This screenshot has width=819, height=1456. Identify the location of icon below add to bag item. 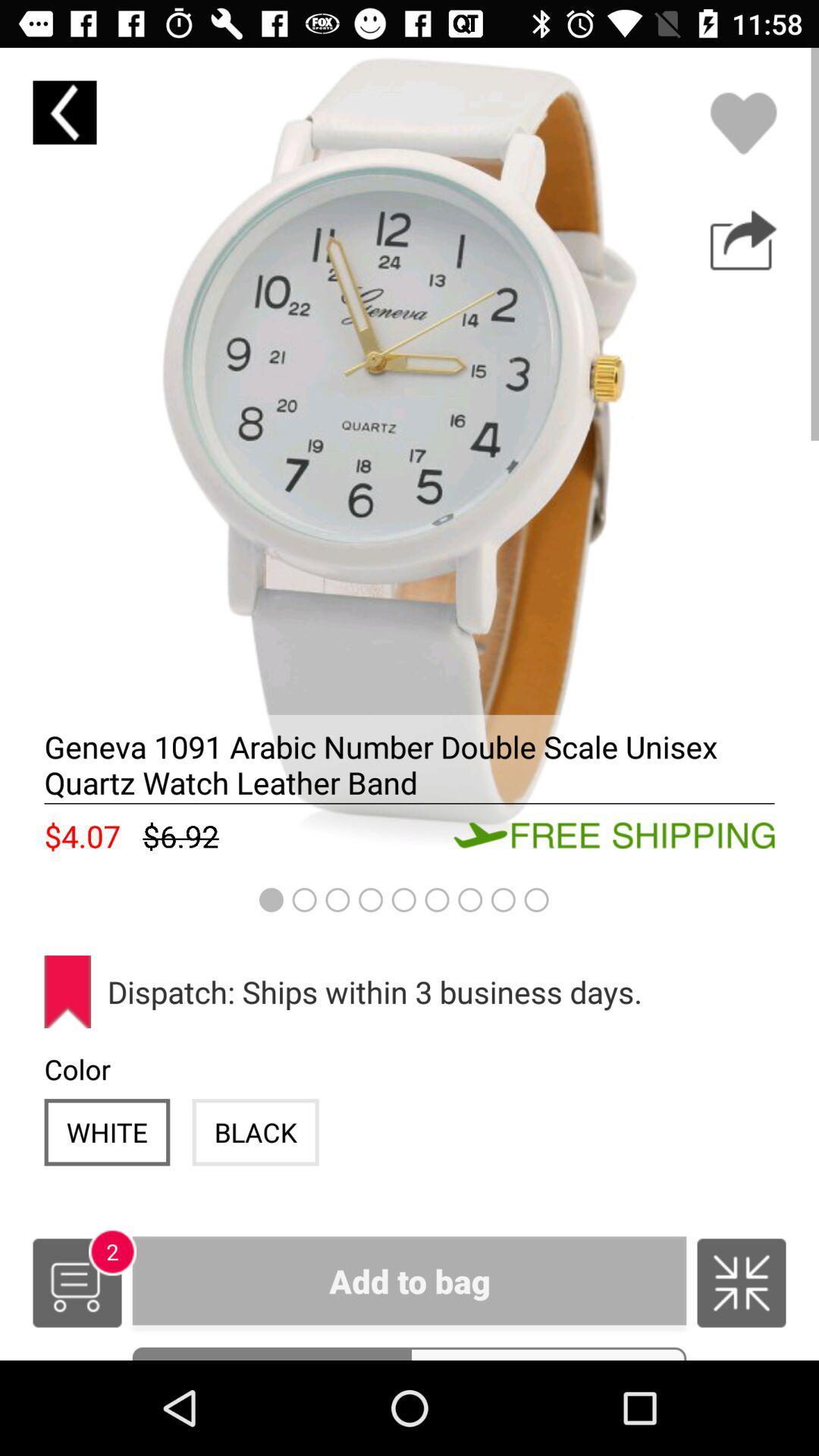
(548, 1354).